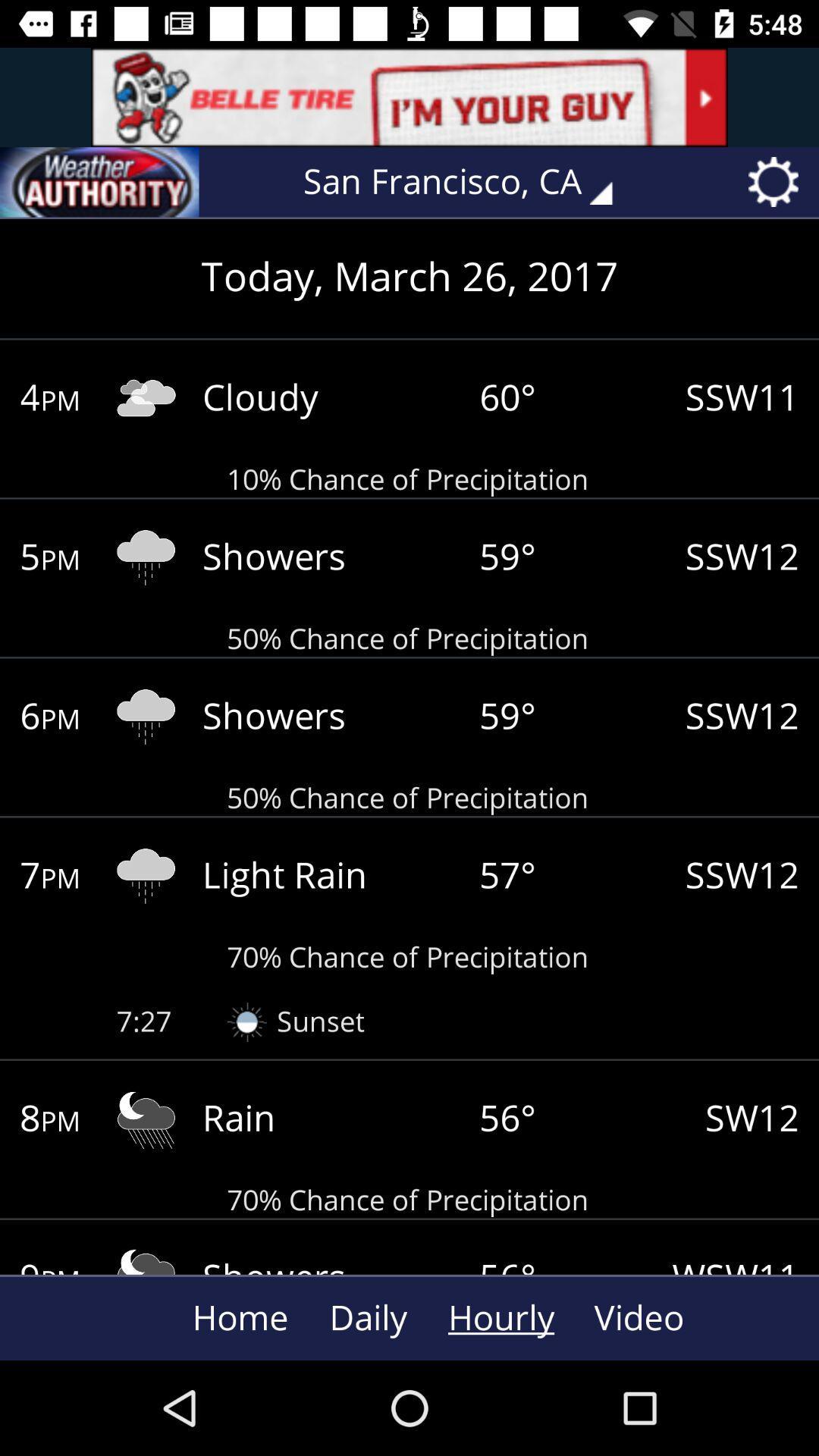  I want to click on the date_range icon, so click(99, 182).